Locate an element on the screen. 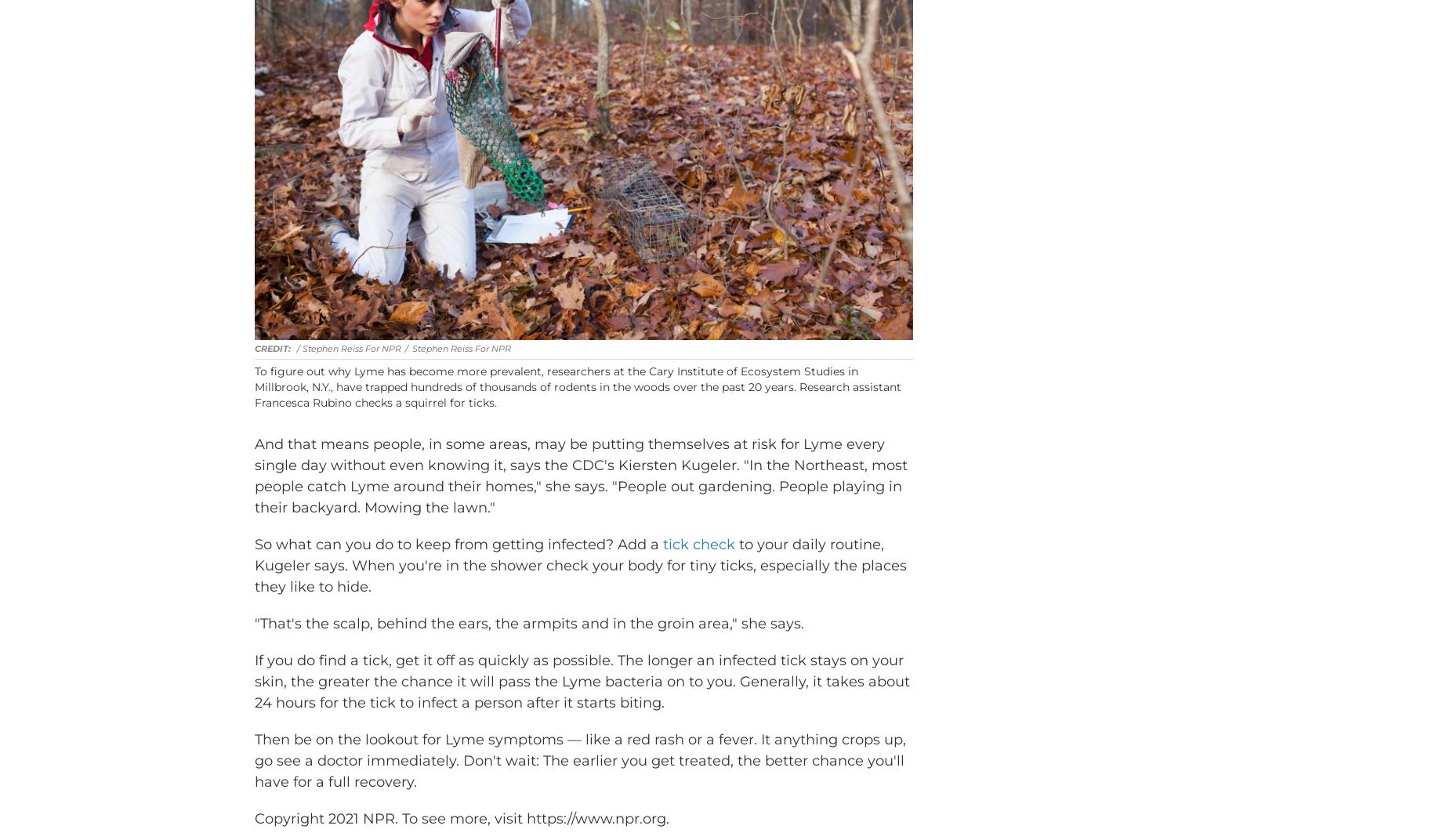 The image size is (1450, 840). '/' is located at coordinates (406, 371).